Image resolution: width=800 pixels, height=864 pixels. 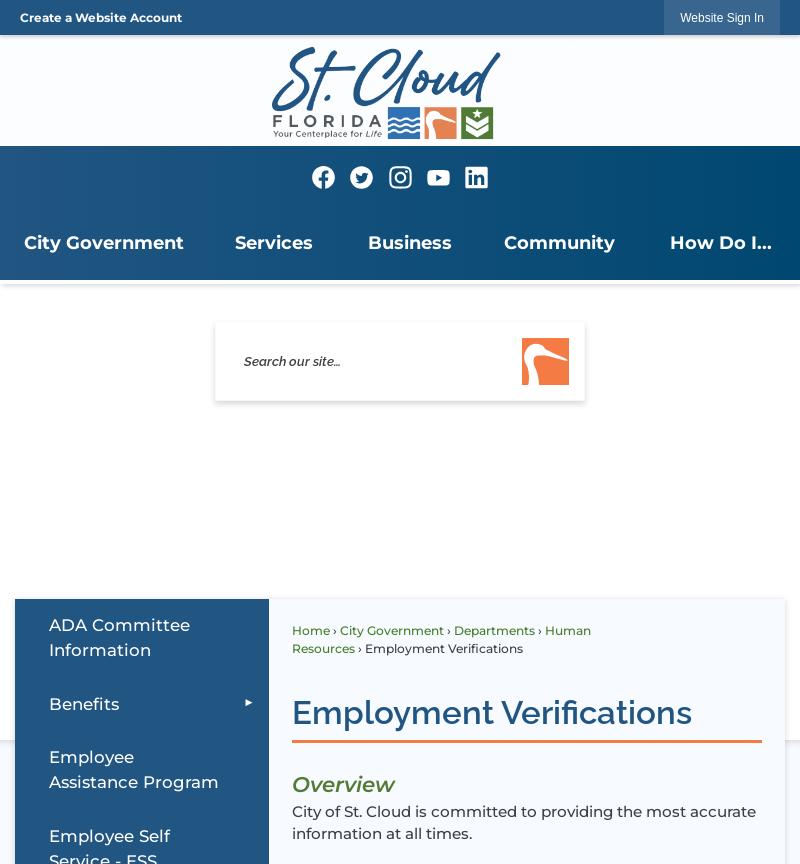 What do you see at coordinates (342, 781) in the screenshot?
I see `'Overview'` at bounding box center [342, 781].